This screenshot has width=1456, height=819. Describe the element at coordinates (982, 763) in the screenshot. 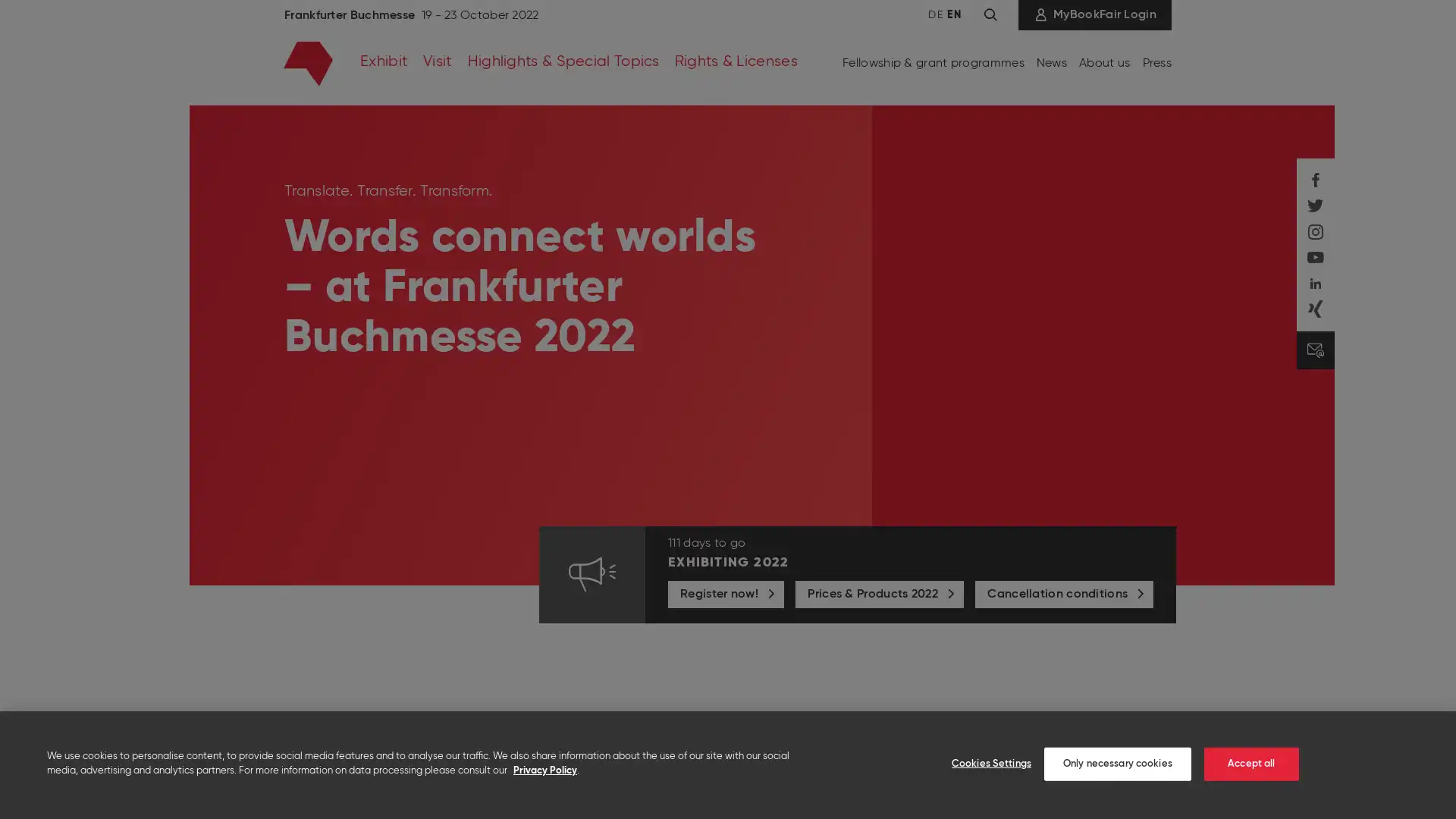

I see `Cookies Settings` at that location.